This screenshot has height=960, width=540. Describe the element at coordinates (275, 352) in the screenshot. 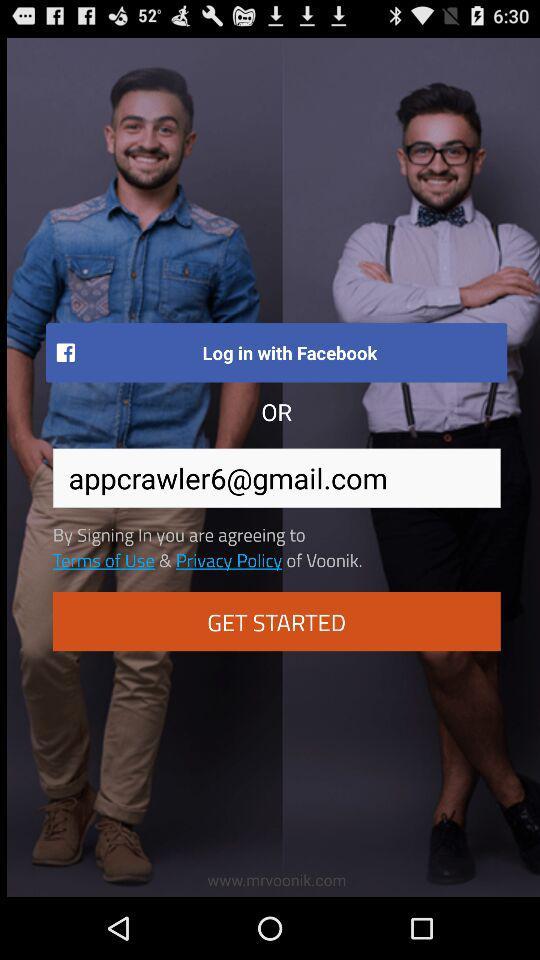

I see `log in with item` at that location.